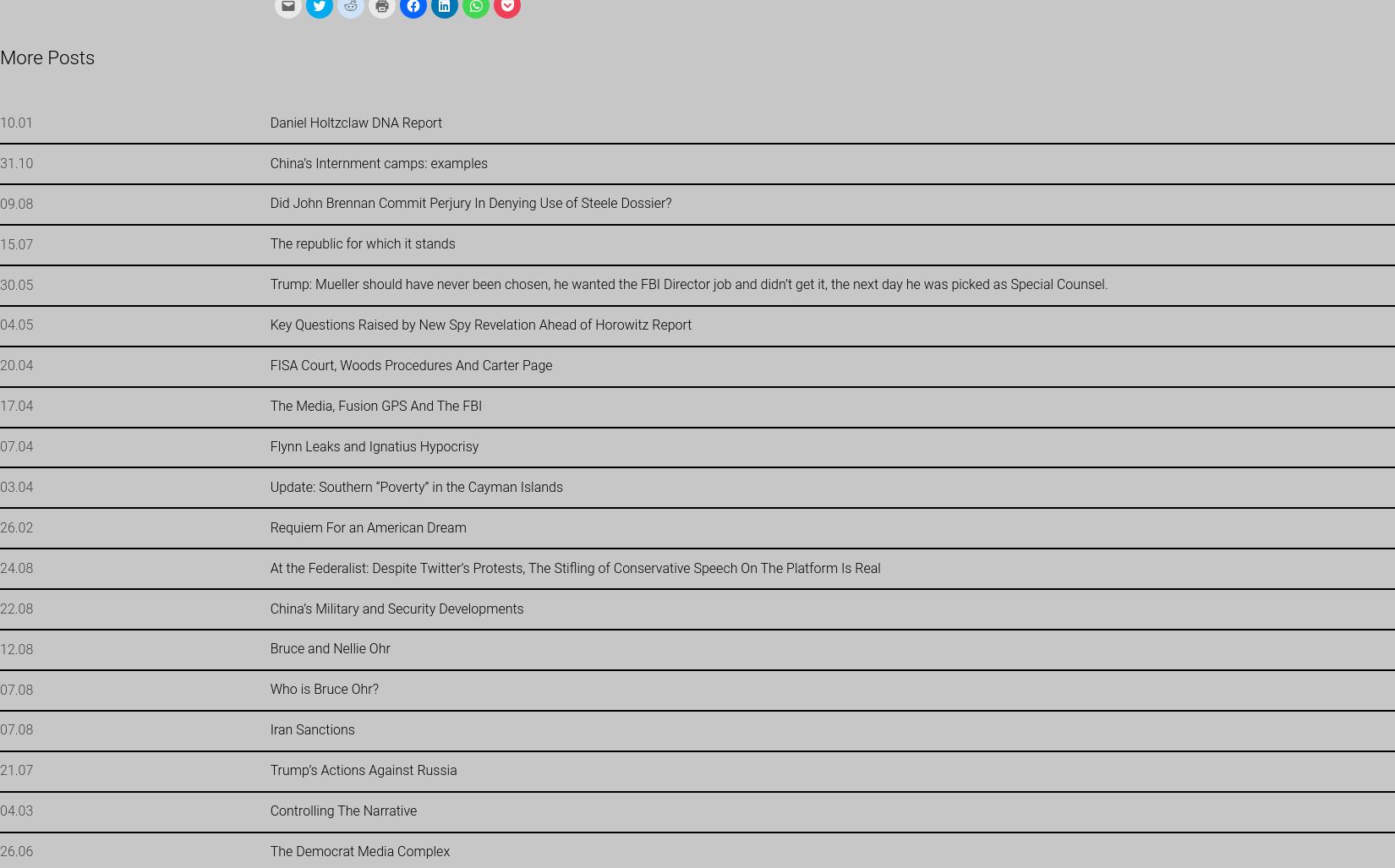 This screenshot has width=1395, height=868. I want to click on '30.05', so click(16, 283).